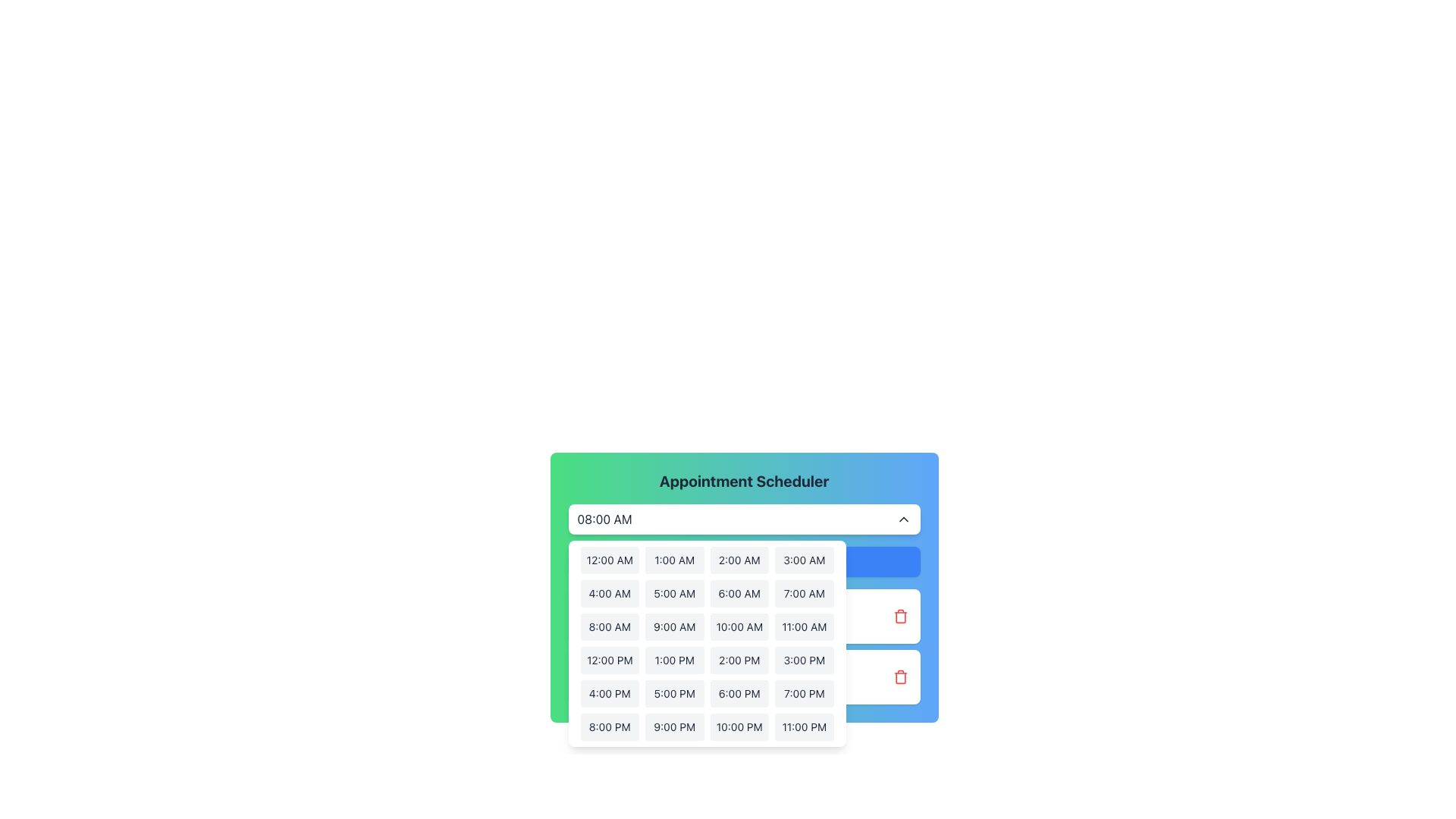 Image resolution: width=1456 pixels, height=819 pixels. Describe the element at coordinates (803, 693) in the screenshot. I see `the button representing the selectable time option '7:00 PM' in the scheduling interface` at that location.